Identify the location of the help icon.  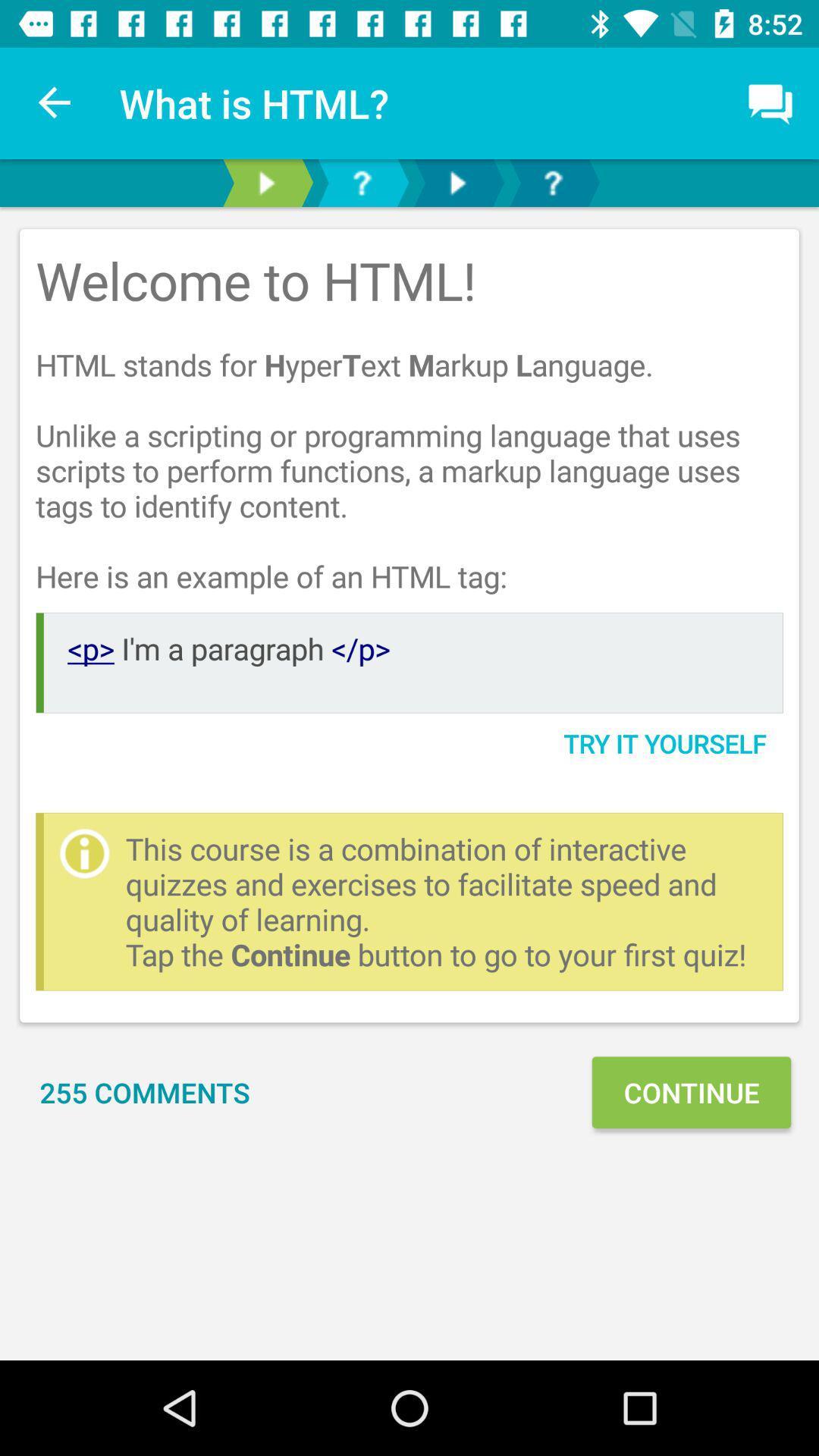
(553, 182).